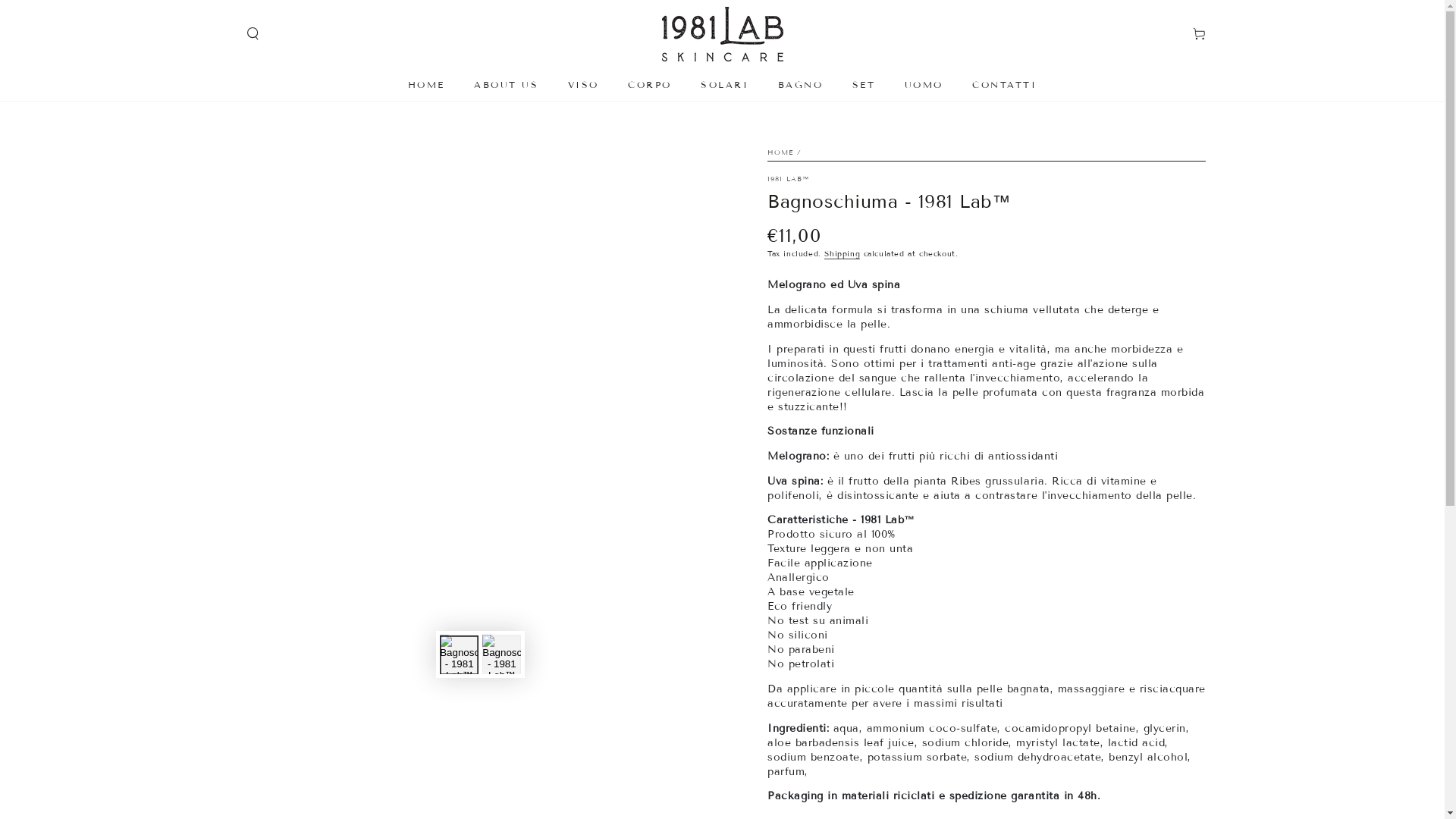  I want to click on 'Shipping', so click(841, 253).